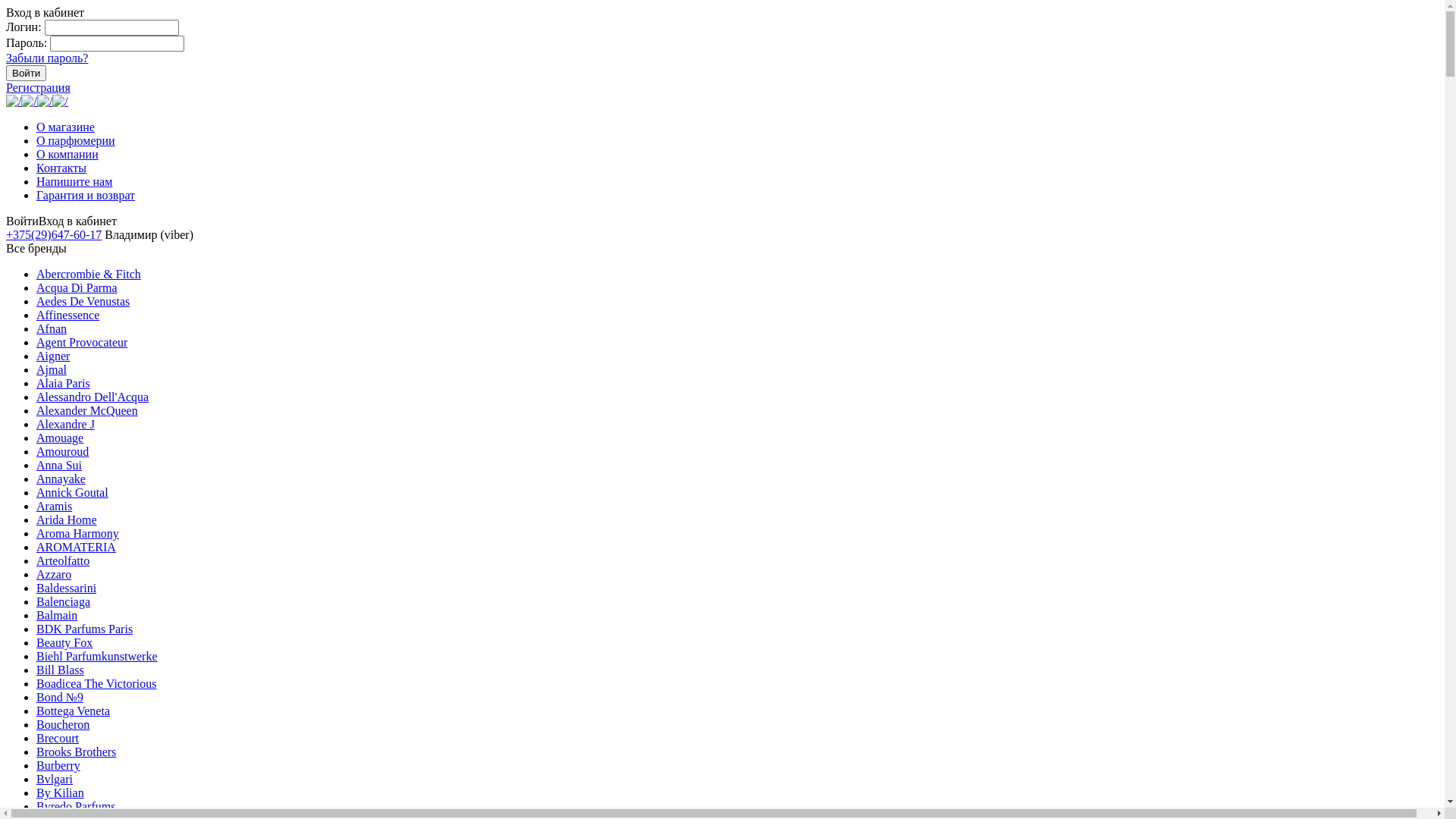 Image resolution: width=1456 pixels, height=819 pixels. What do you see at coordinates (54, 506) in the screenshot?
I see `'Aramis'` at bounding box center [54, 506].